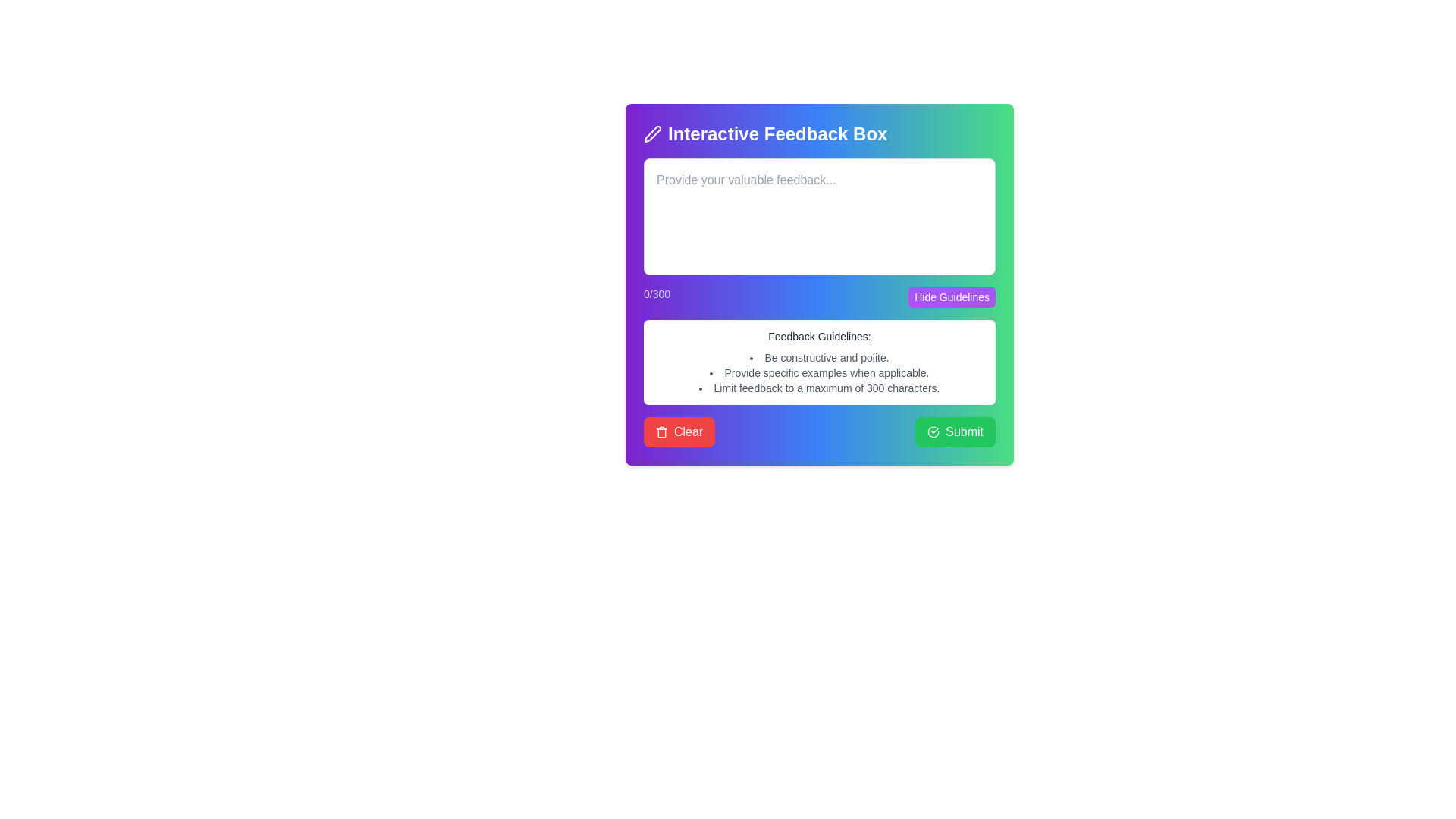 The height and width of the screenshot is (819, 1456). Describe the element at coordinates (818, 373) in the screenshot. I see `non-interactive, textual list of feedback guidelines displayed under the title 'Feedback Guidelines:' positioned centrally in the interface` at that location.